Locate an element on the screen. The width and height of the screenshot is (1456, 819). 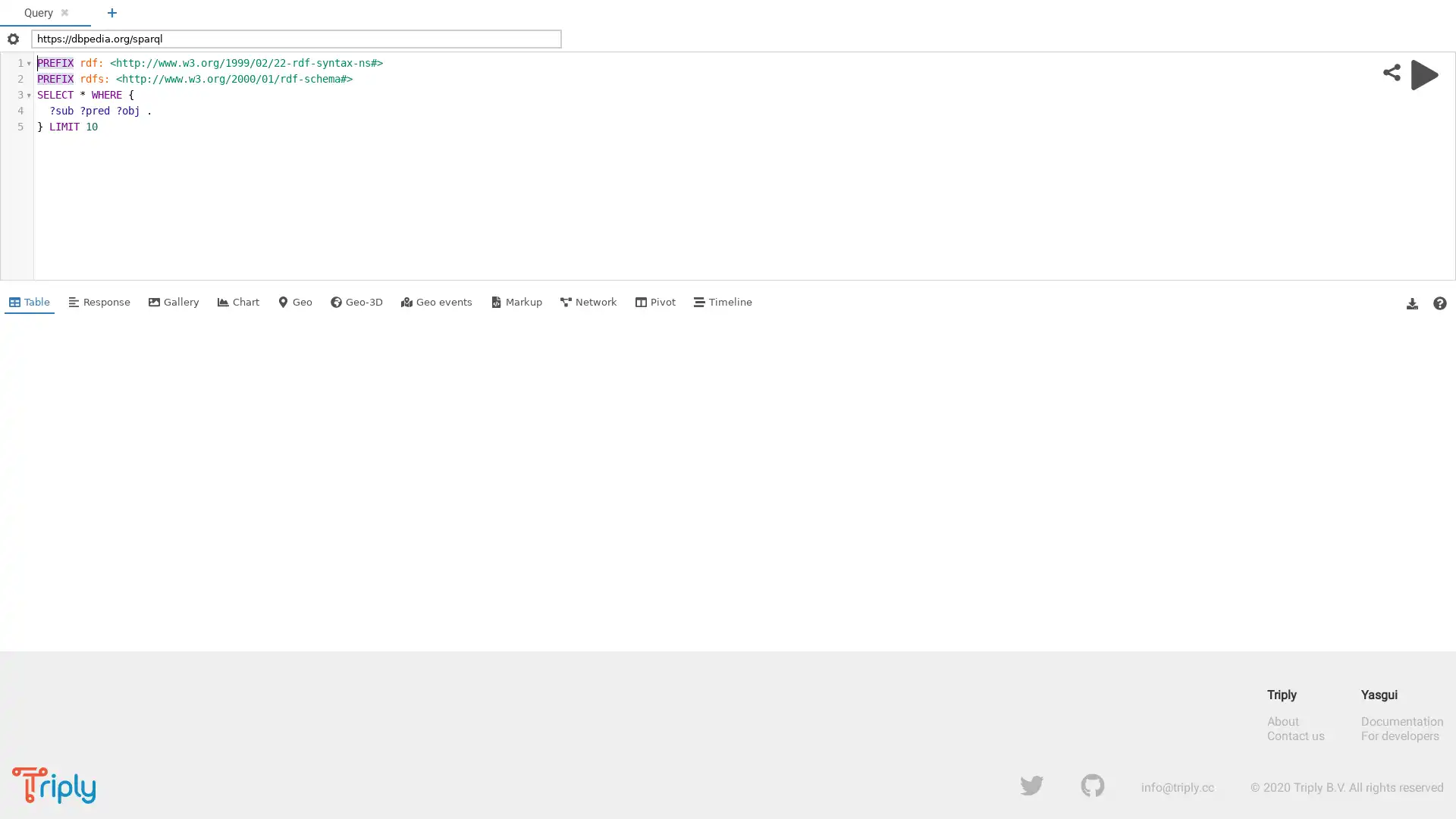
Shows Pivot view is located at coordinates (655, 303).